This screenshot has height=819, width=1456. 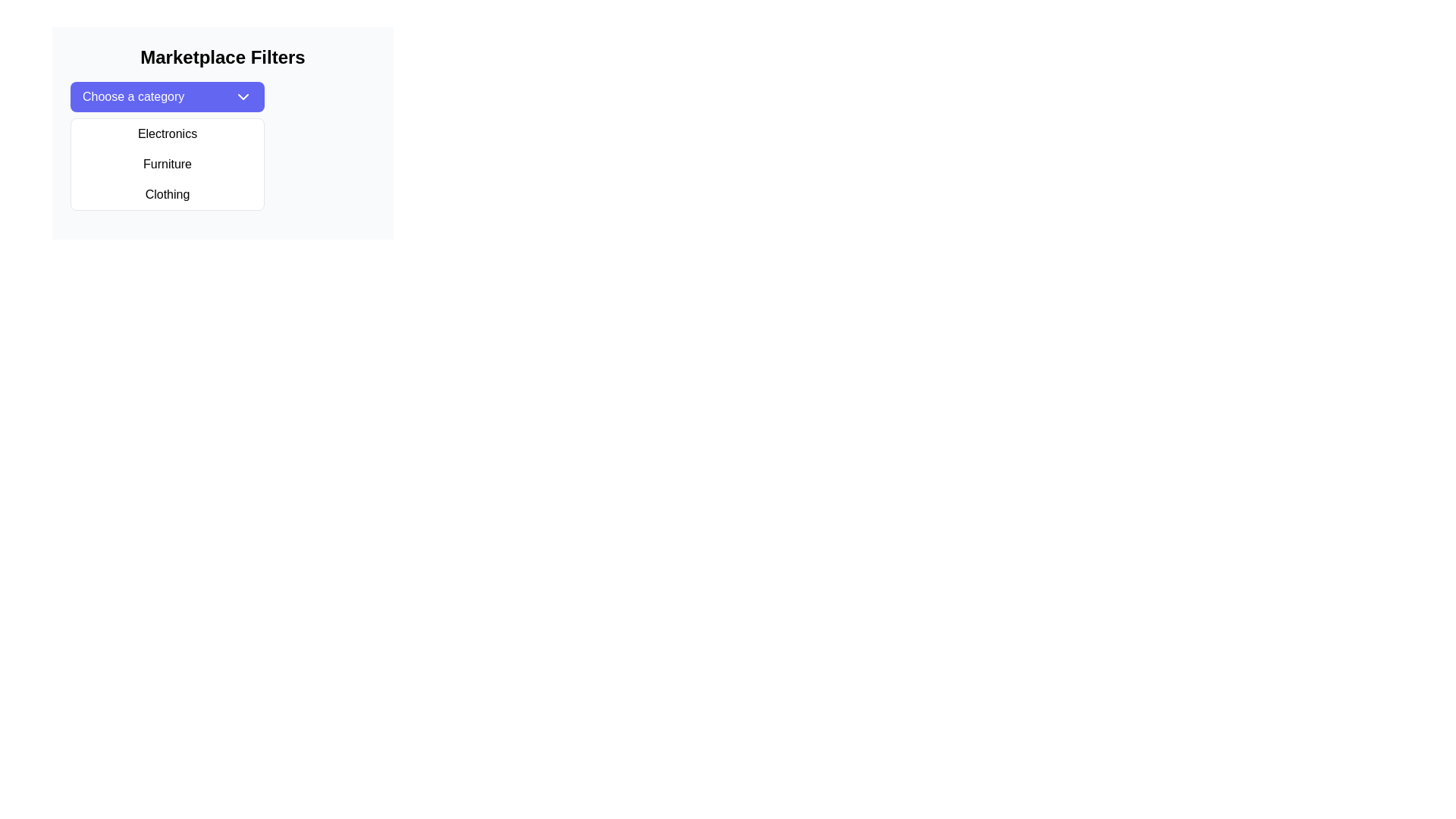 I want to click on the 'Furniture' dropdown menu item, which is the second item in the dropdown menu styled with a white background and black text, so click(x=167, y=164).